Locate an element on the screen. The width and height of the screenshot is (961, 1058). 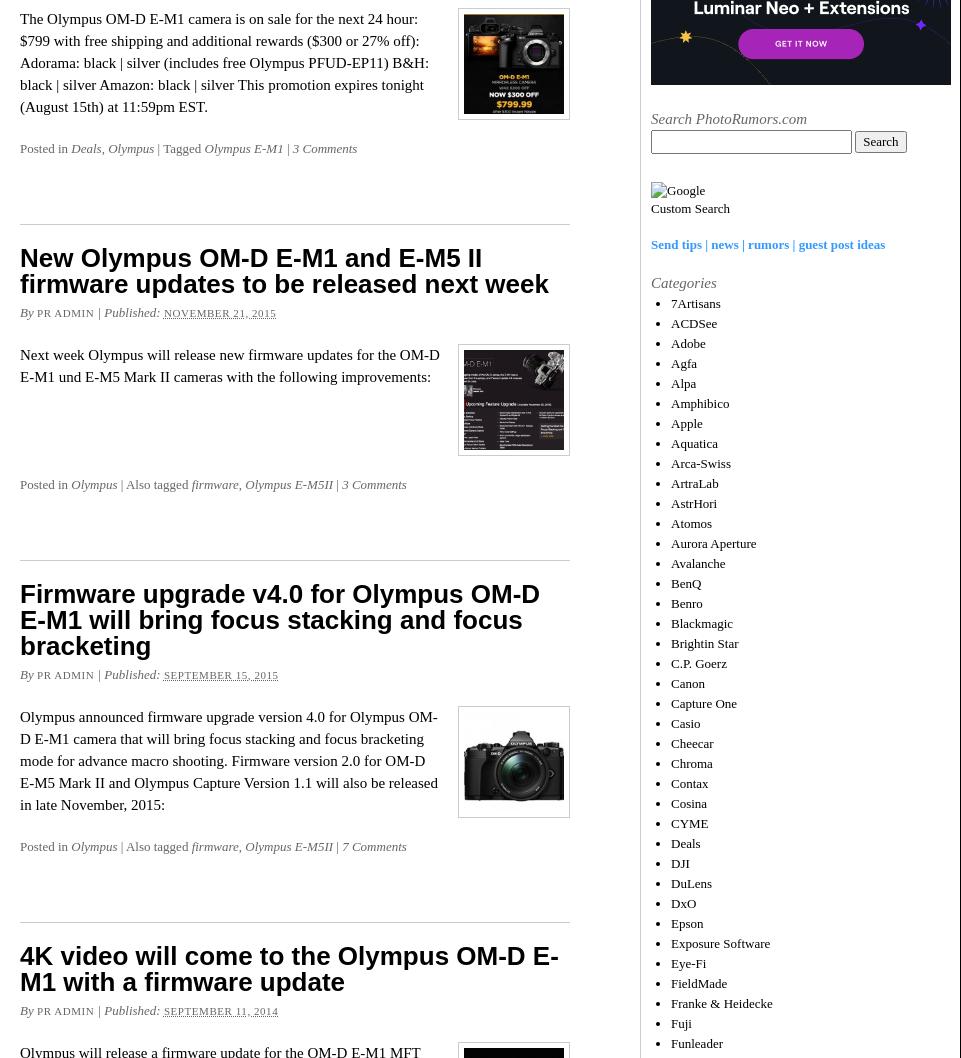
'Olympus announced firmware upgrade version 4.0 for Olympus OM-D E-M1 camera that will bring focus stacking and focus bracketing mode for advance macro shooting. Firmware version 2.0 for OM-D E-M5 Mark II and Olympus Capture Version 1.1 will also be released in late November, 2015:' is located at coordinates (227, 761).